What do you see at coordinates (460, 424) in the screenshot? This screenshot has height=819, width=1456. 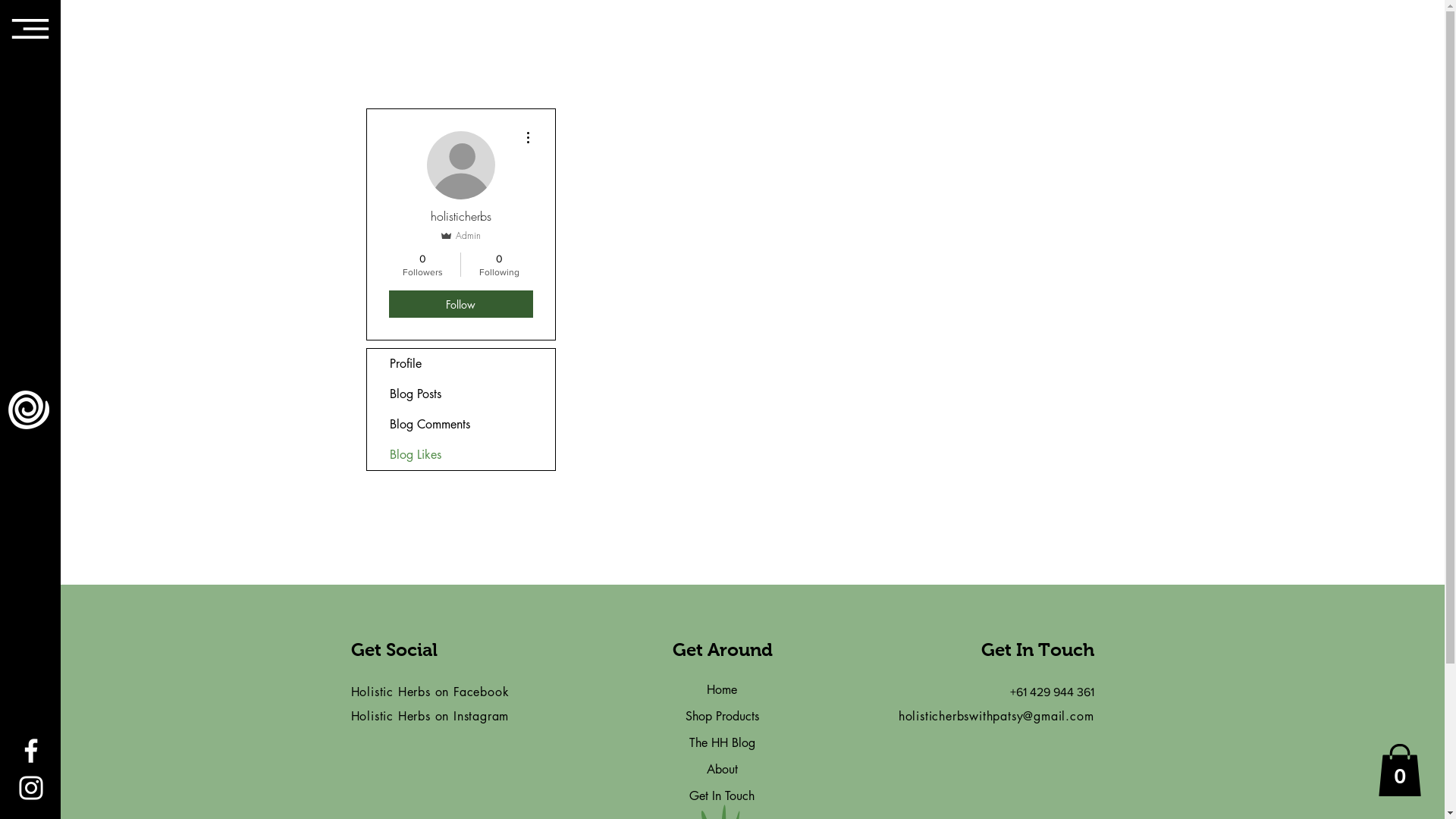 I see `'Blog Comments'` at bounding box center [460, 424].